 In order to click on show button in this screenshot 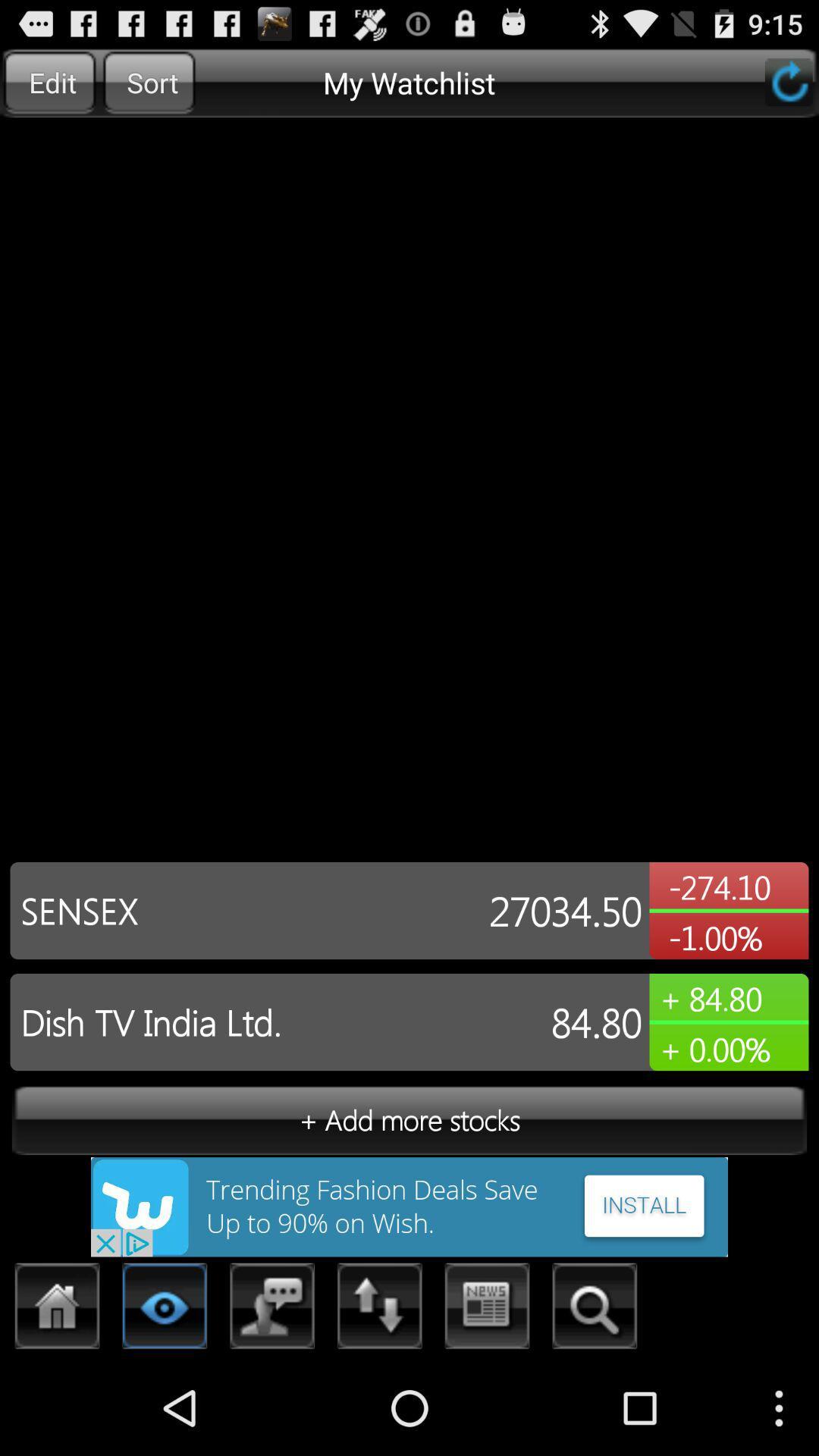, I will do `click(165, 1310)`.